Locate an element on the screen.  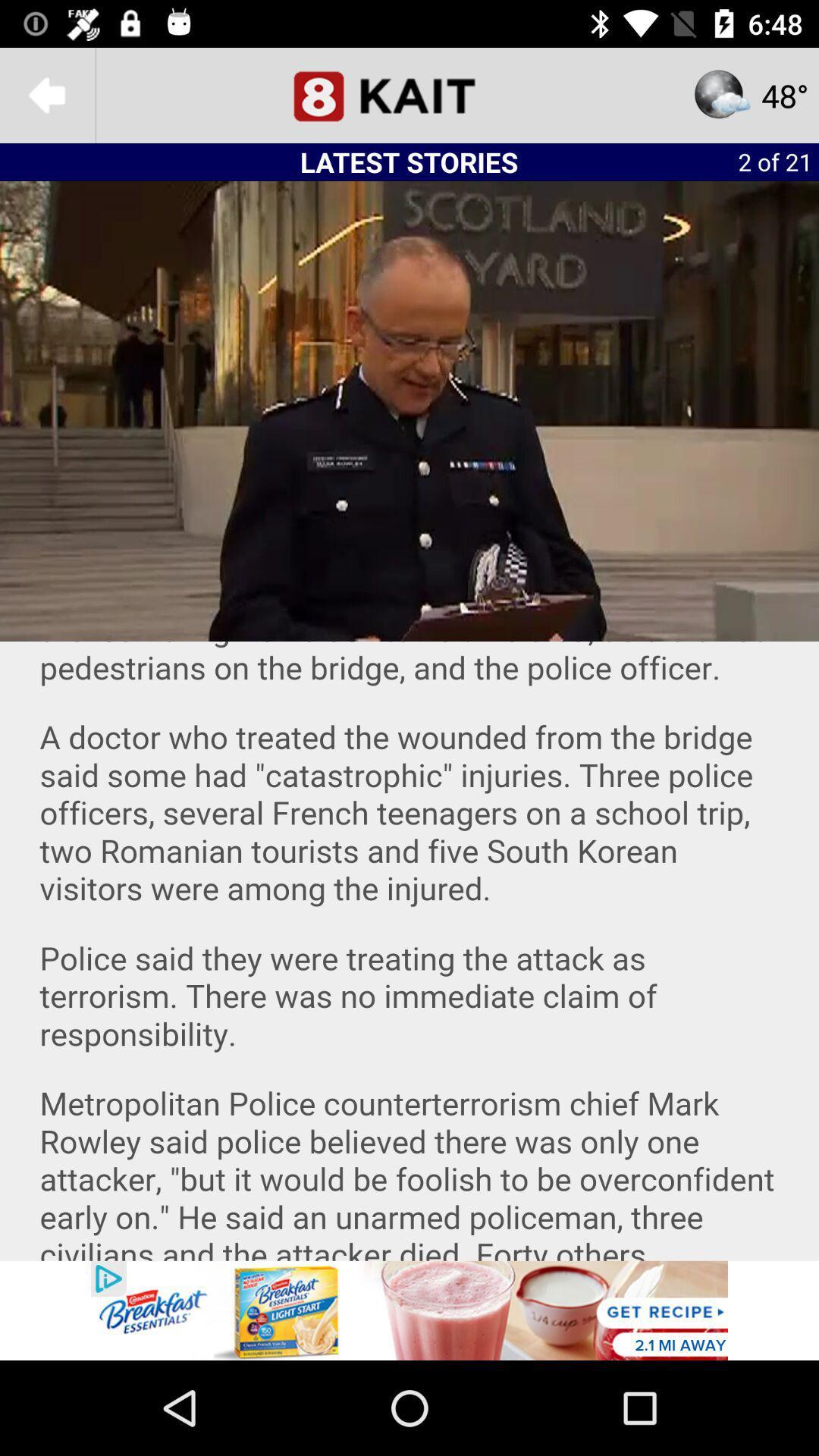
go back is located at coordinates (46, 94).